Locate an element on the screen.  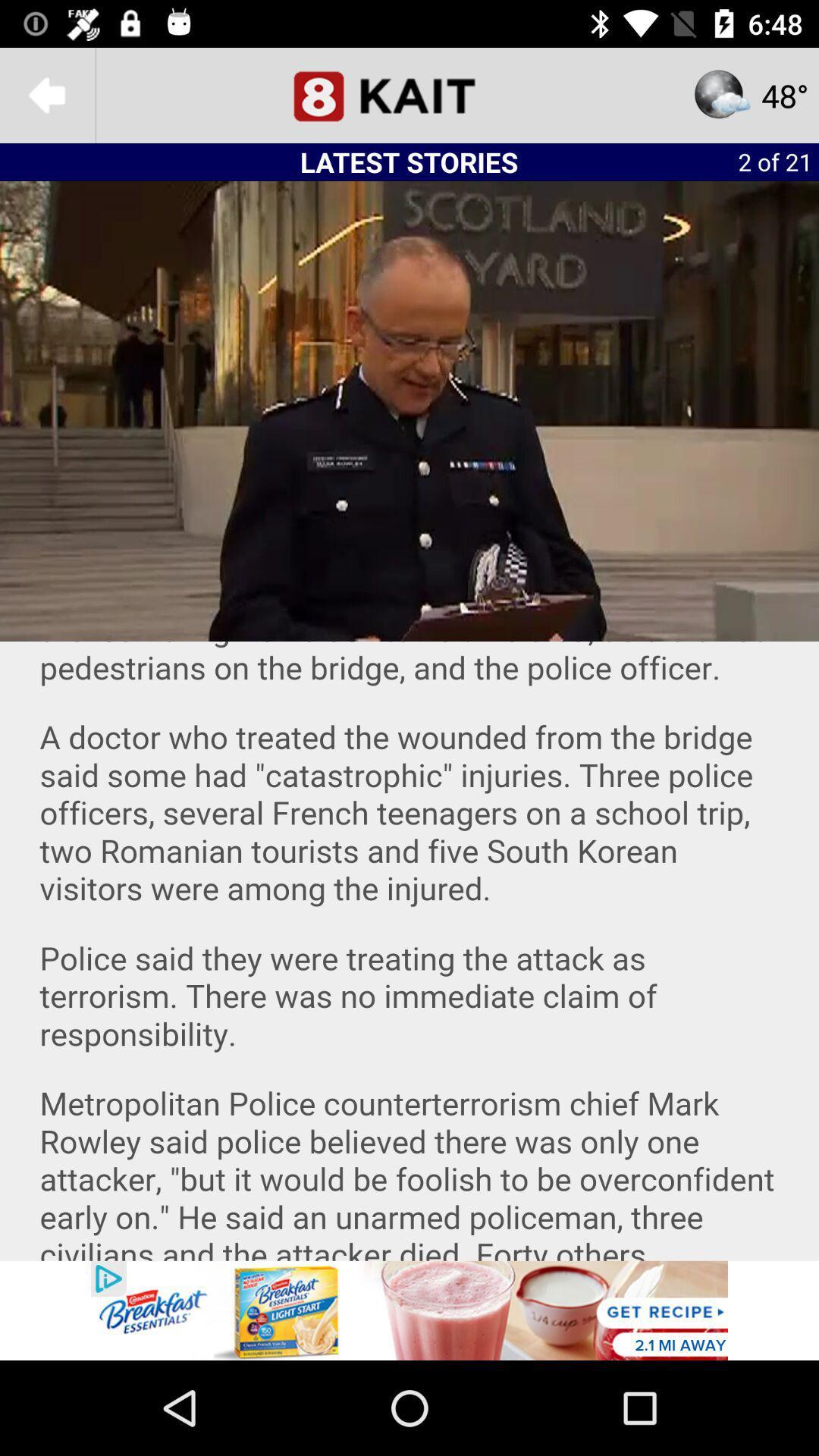
go back is located at coordinates (46, 94).